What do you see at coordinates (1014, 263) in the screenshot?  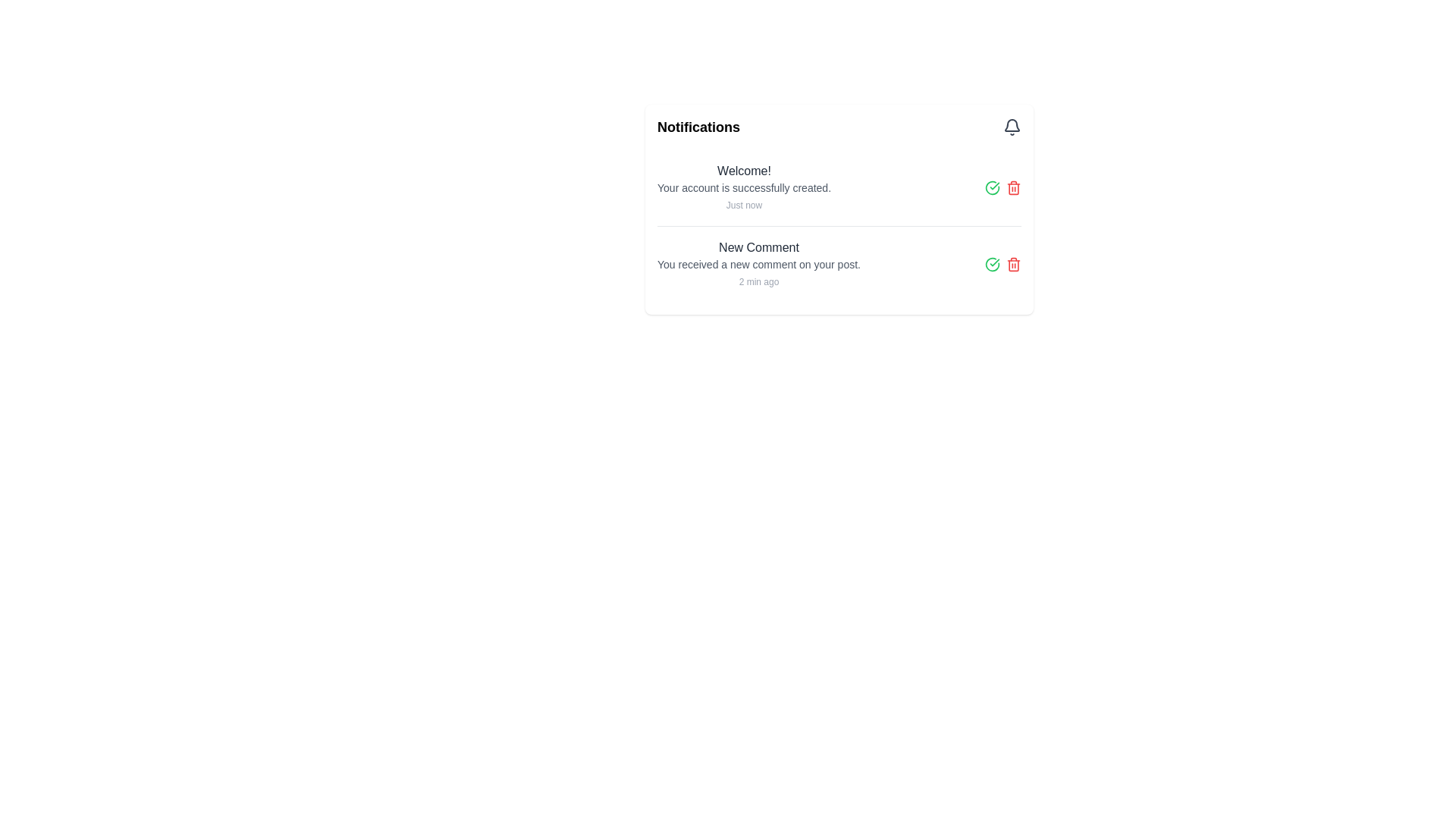 I see `the Interactive Icon (Trash Bin) located to the right of the green check-circle icon in the second notification item` at bounding box center [1014, 263].